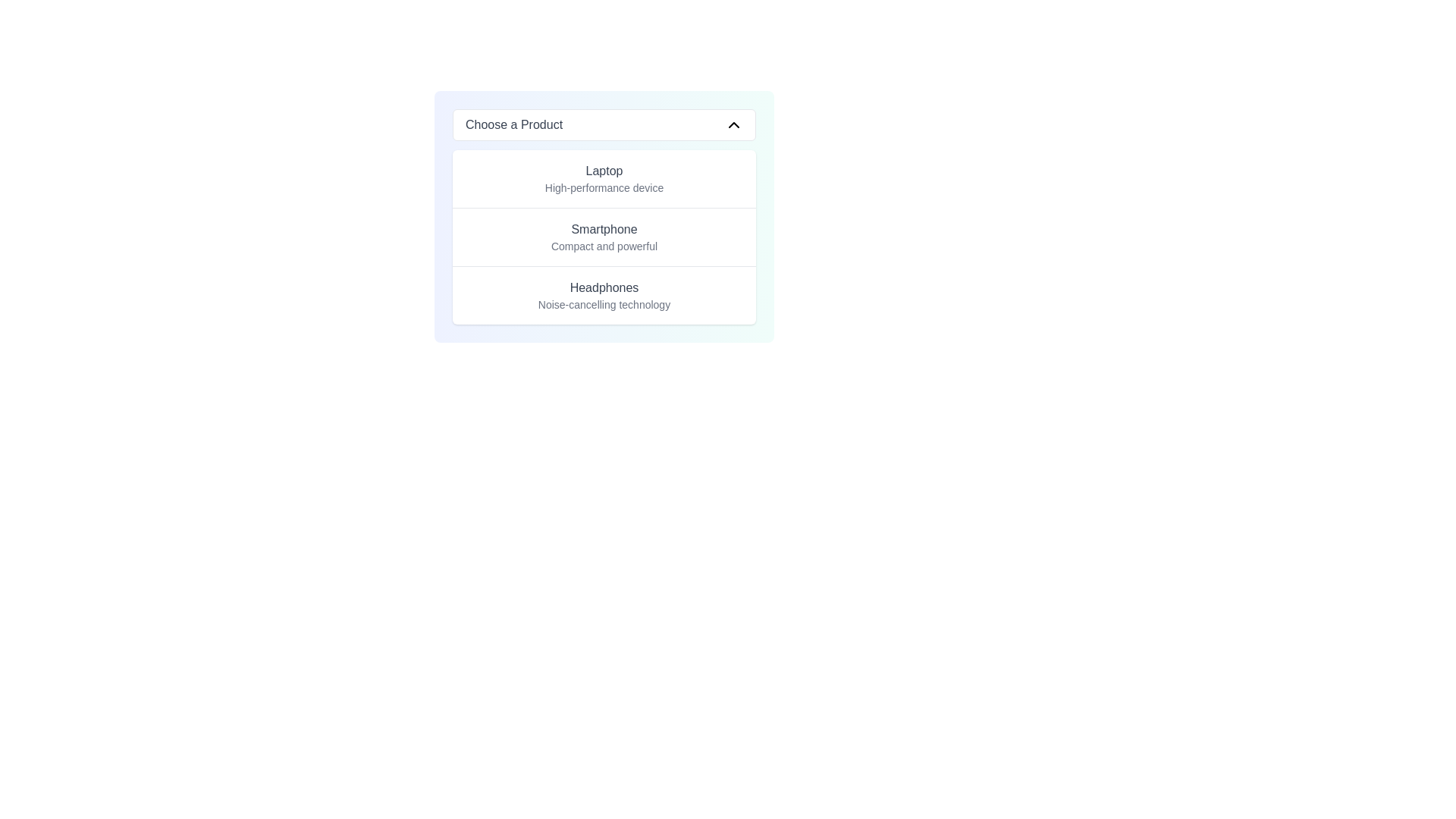  Describe the element at coordinates (603, 288) in the screenshot. I see `the main title text of the third option in the 'Choose a Product' dropdown menu, which features a description for 'Noise-cancelling technology.'` at that location.